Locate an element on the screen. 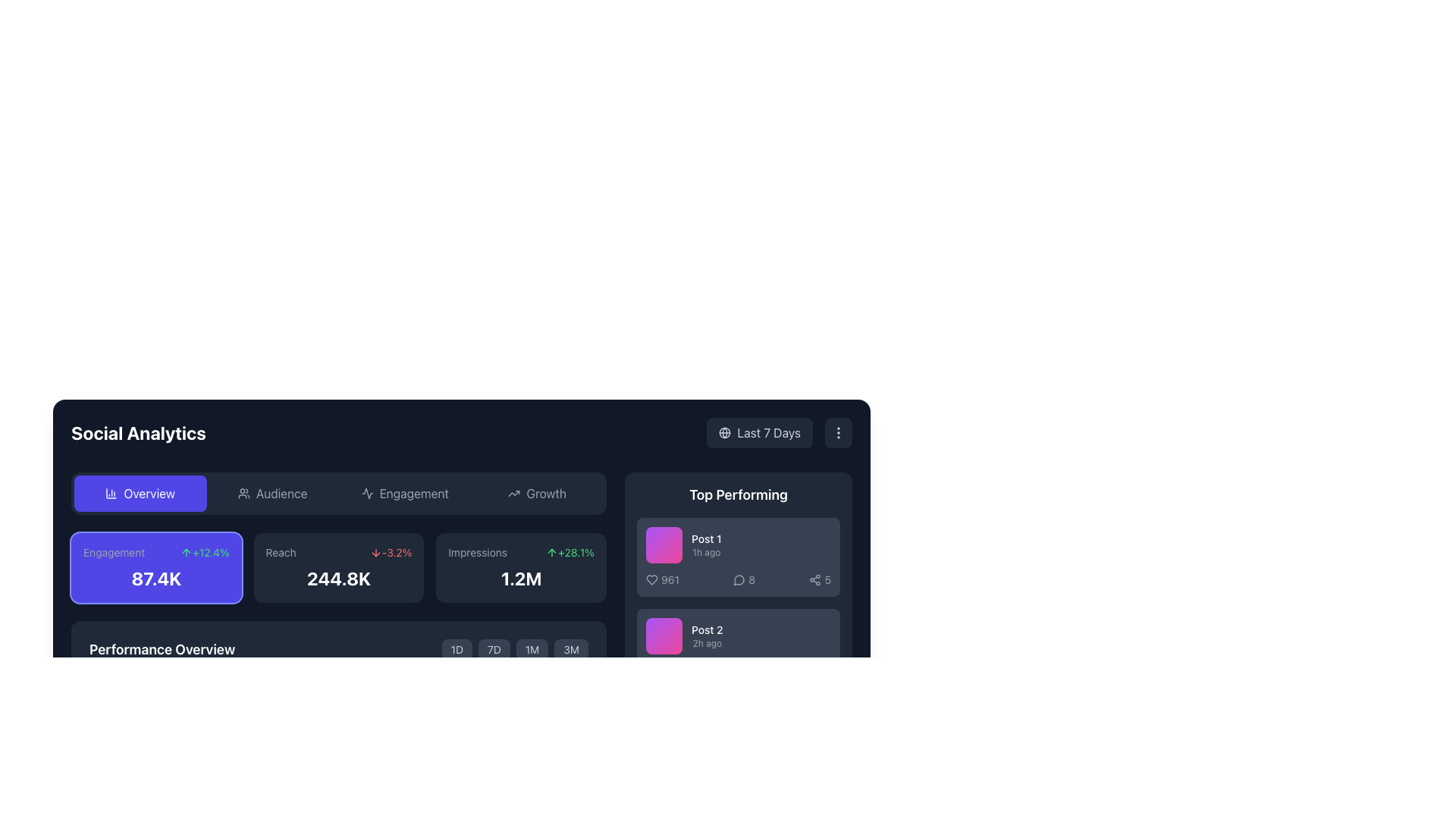 This screenshot has height=819, width=1456. the 1-month range selector button located below the 'Performance Overview' heading, which is the third button in a row of four buttons is located at coordinates (532, 648).